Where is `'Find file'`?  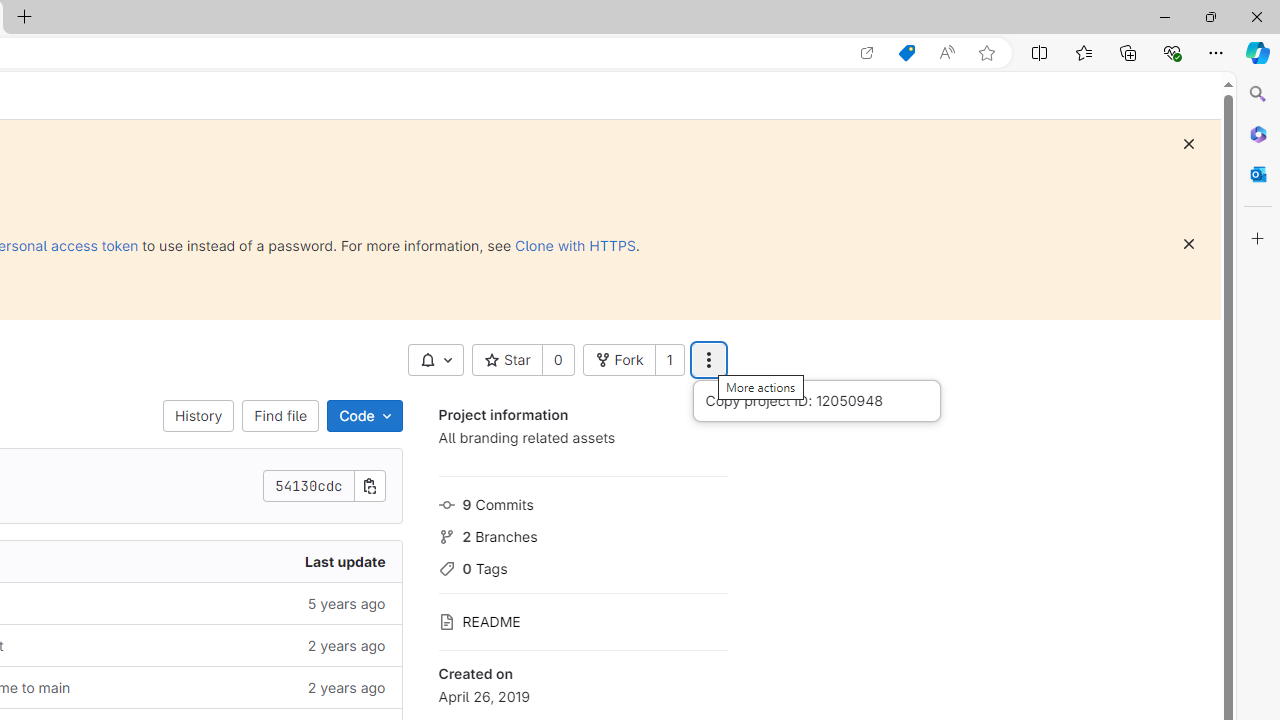
'Find file' is located at coordinates (279, 415).